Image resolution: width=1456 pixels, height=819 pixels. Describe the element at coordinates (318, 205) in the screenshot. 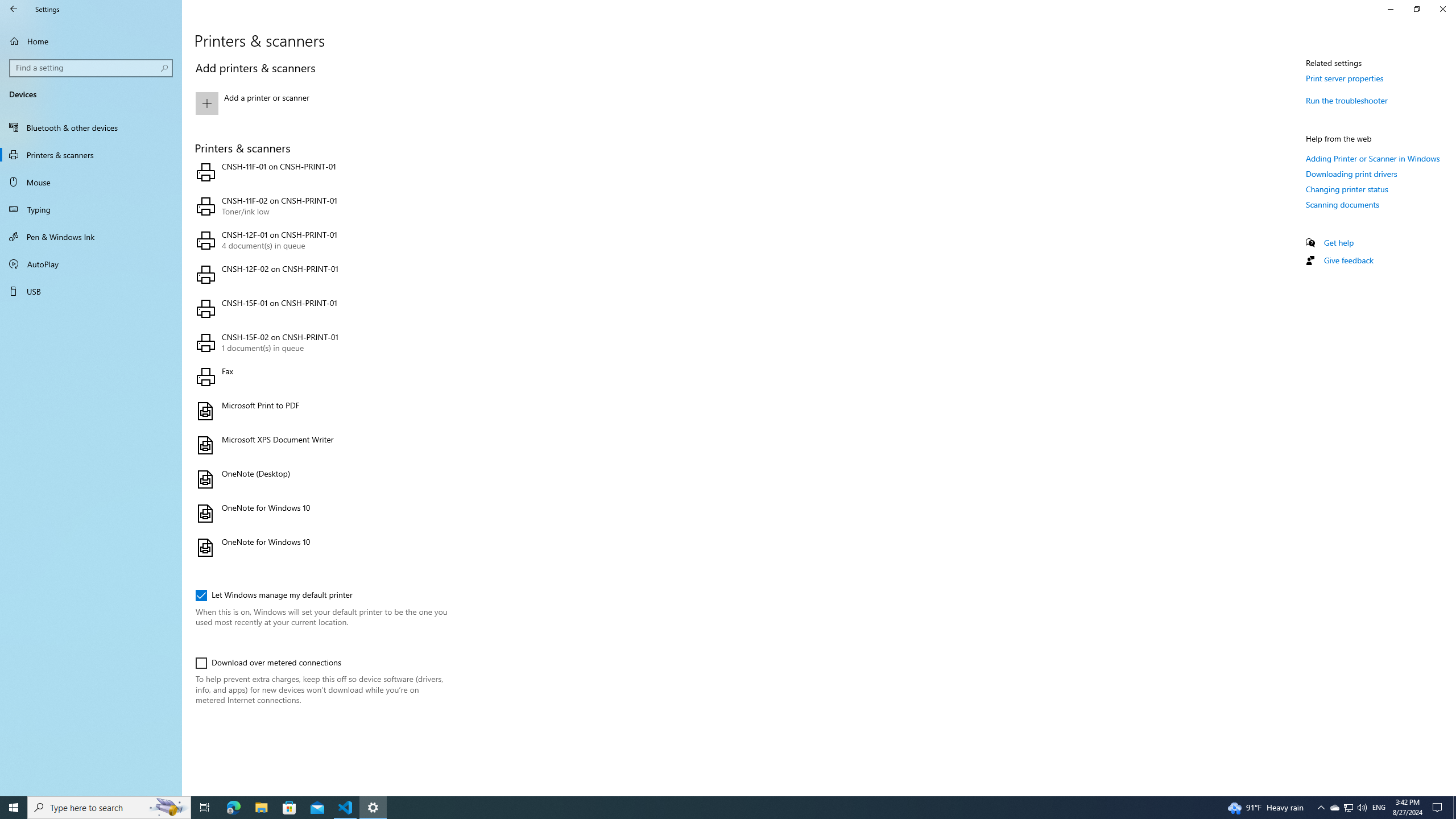

I see `'CNSH-11F-02 on CNSH-PRINT-01 Toner/ink low'` at that location.